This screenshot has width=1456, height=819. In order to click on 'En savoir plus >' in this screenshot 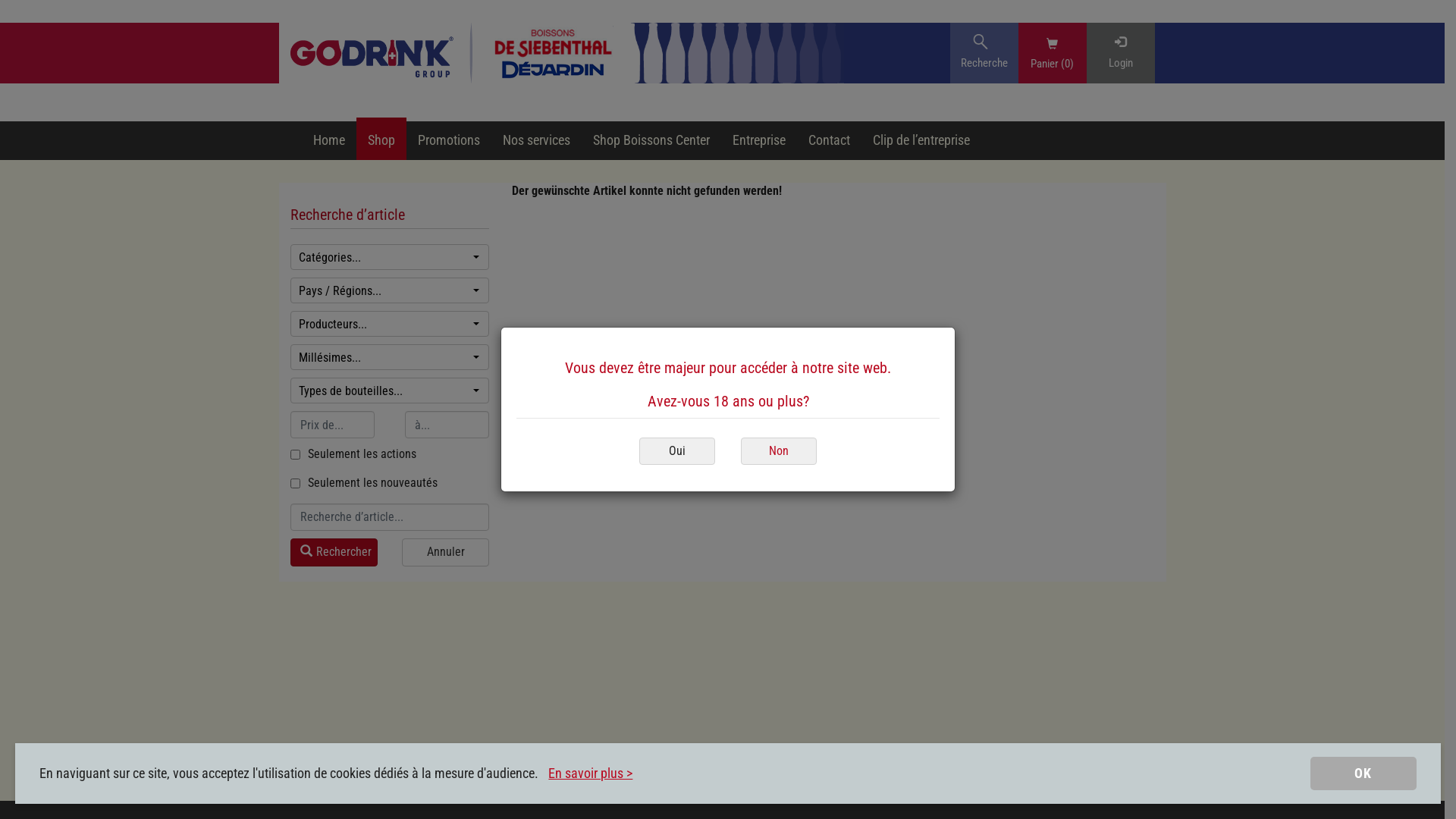, I will do `click(589, 773)`.